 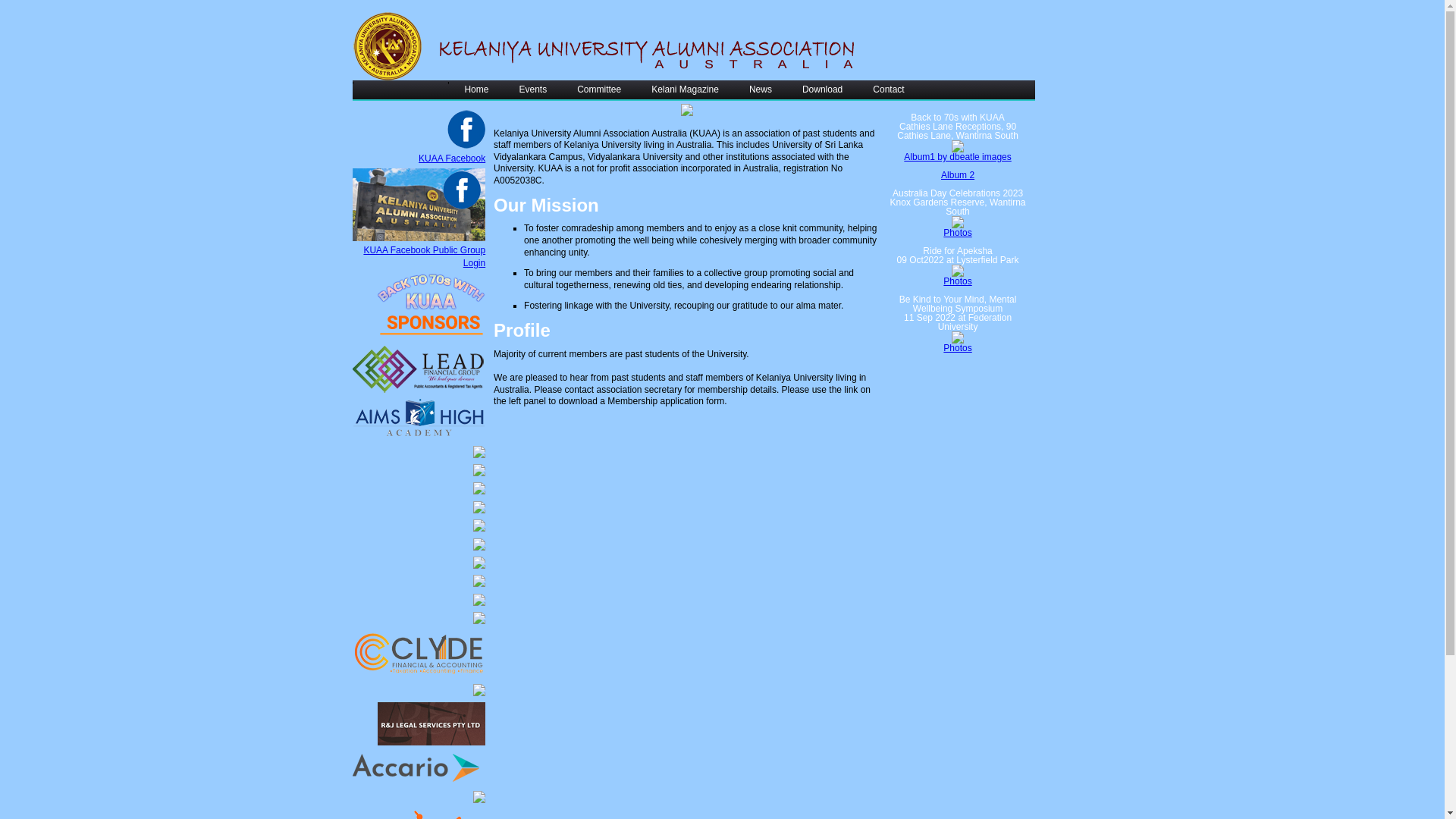 I want to click on 'KUAA Facebook', so click(x=450, y=158).